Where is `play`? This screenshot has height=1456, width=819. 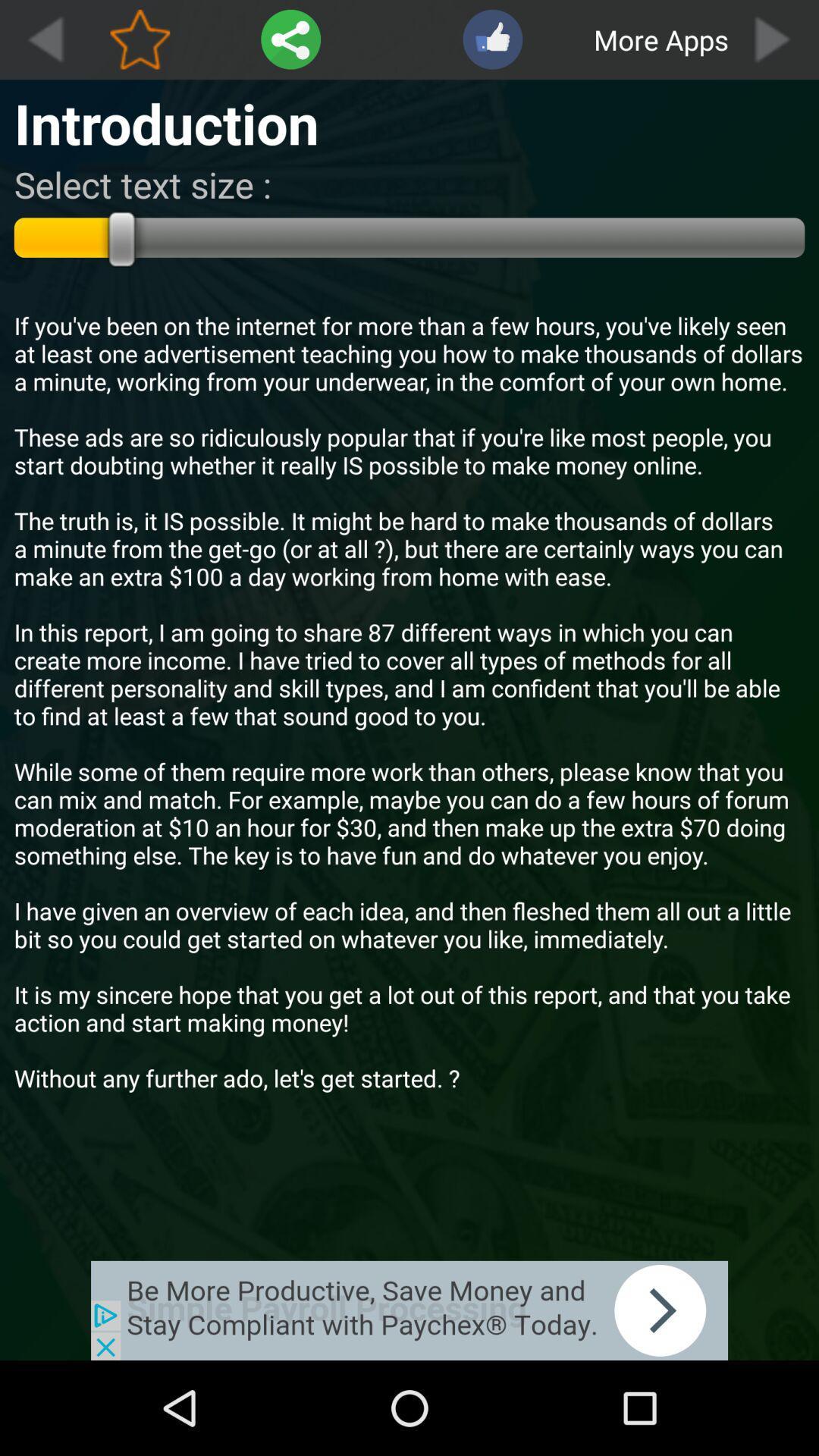 play is located at coordinates (773, 39).